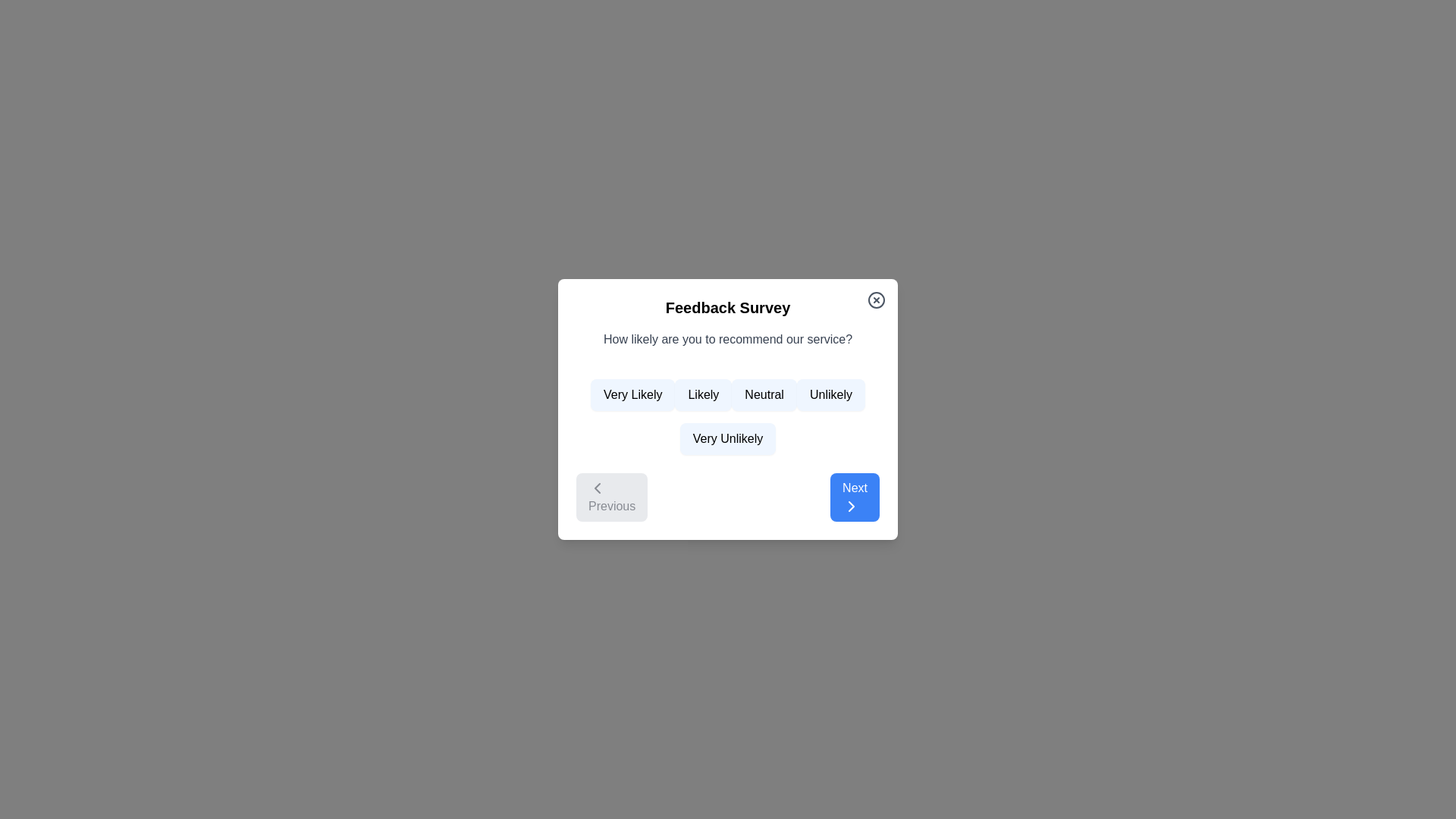 This screenshot has width=1456, height=819. Describe the element at coordinates (702, 394) in the screenshot. I see `the light blue rectangular button labeled 'Likely'` at that location.